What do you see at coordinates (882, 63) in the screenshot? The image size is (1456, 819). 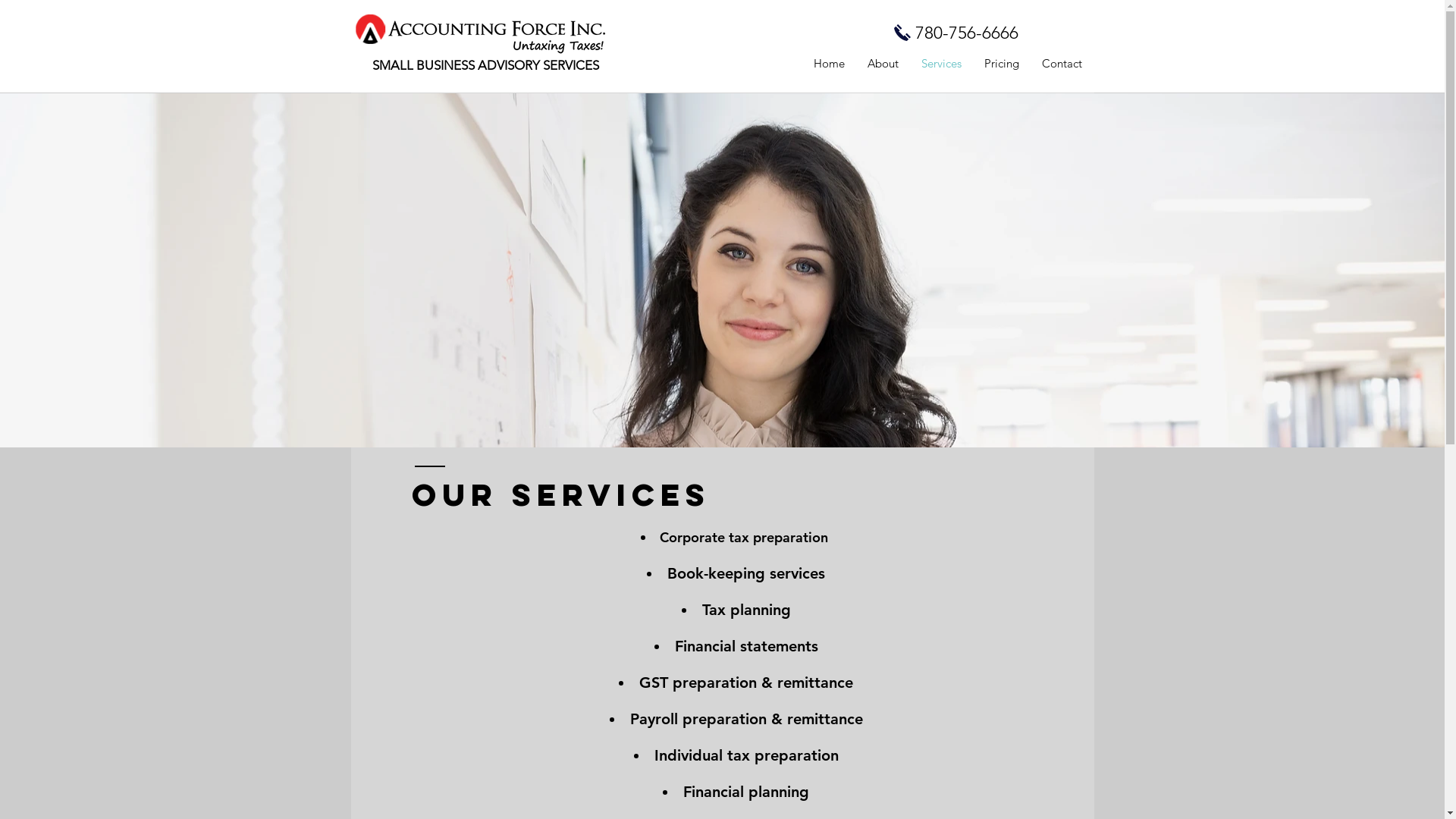 I see `'About'` at bounding box center [882, 63].